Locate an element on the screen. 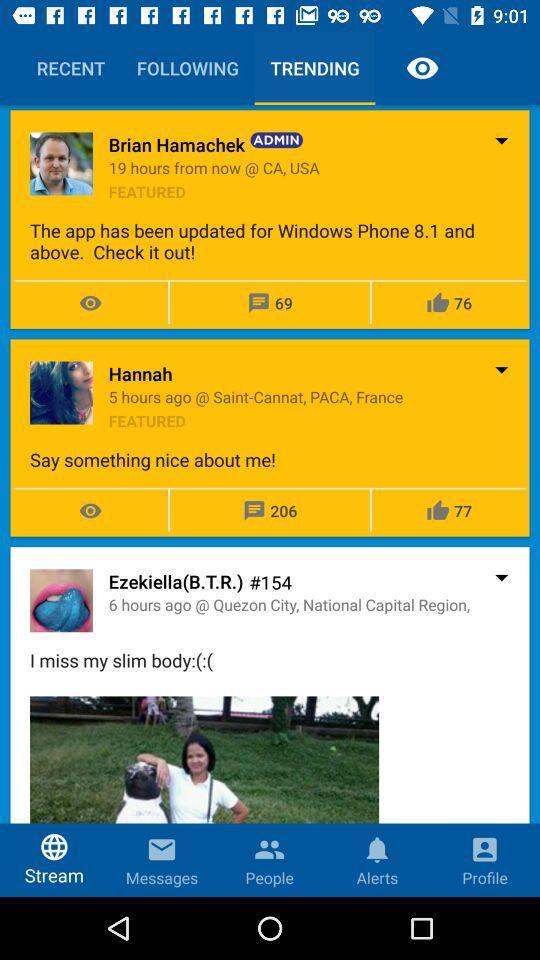  the text recent which is at the top left corner of the page is located at coordinates (70, 68).